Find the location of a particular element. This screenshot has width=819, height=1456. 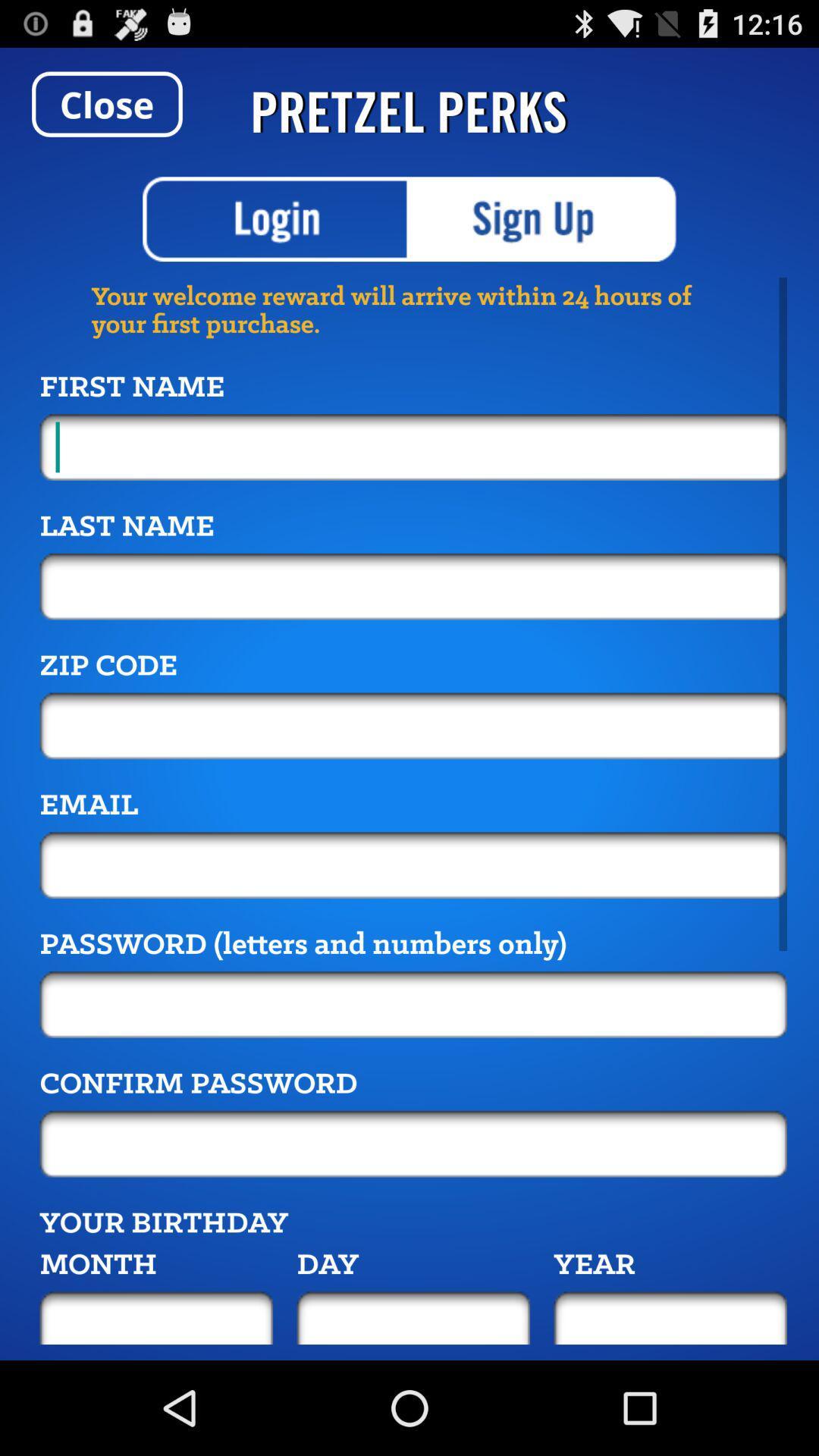

the close is located at coordinates (106, 103).